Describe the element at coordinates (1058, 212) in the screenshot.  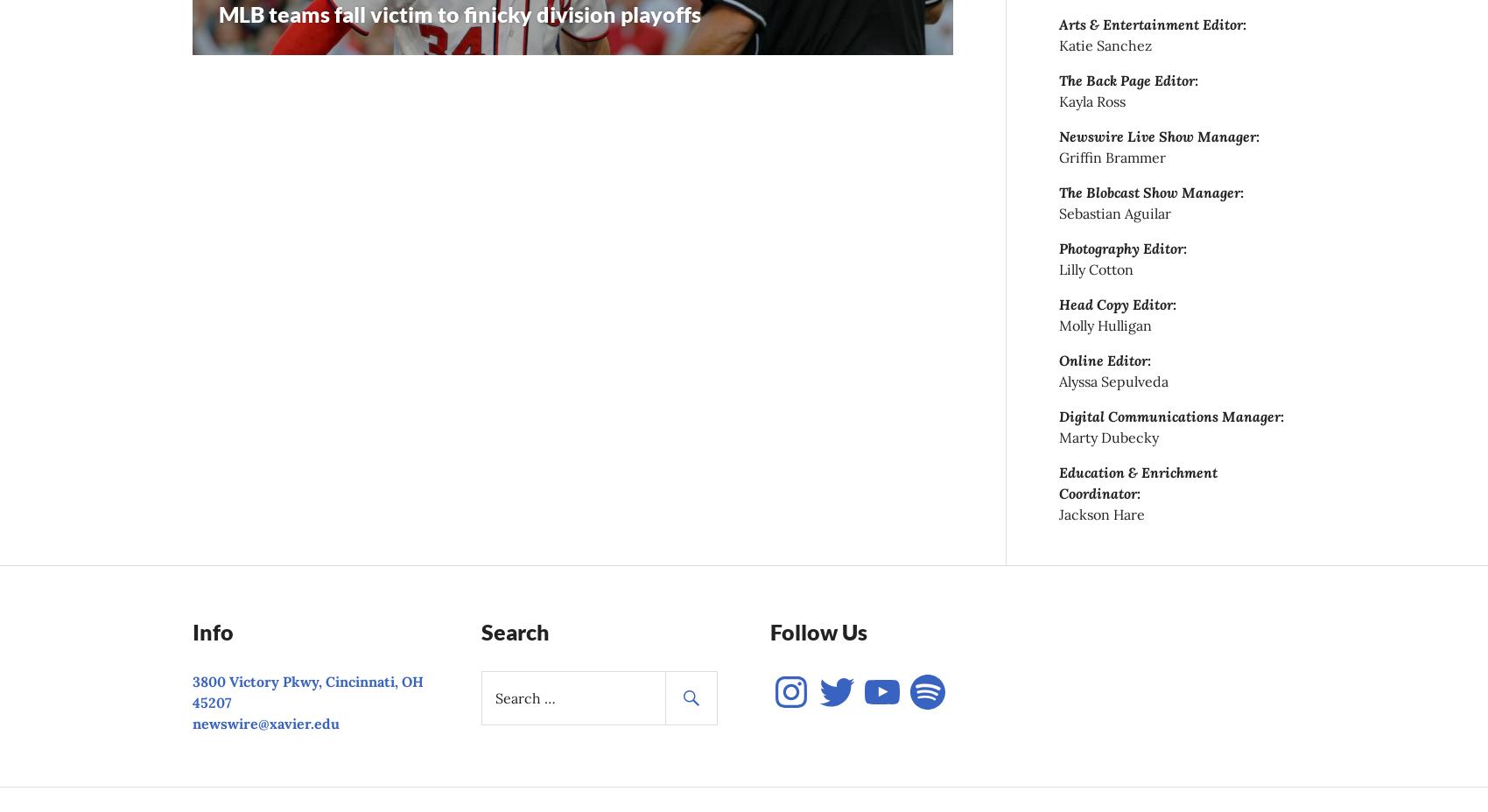
I see `'Sebastian Aguilar'` at that location.